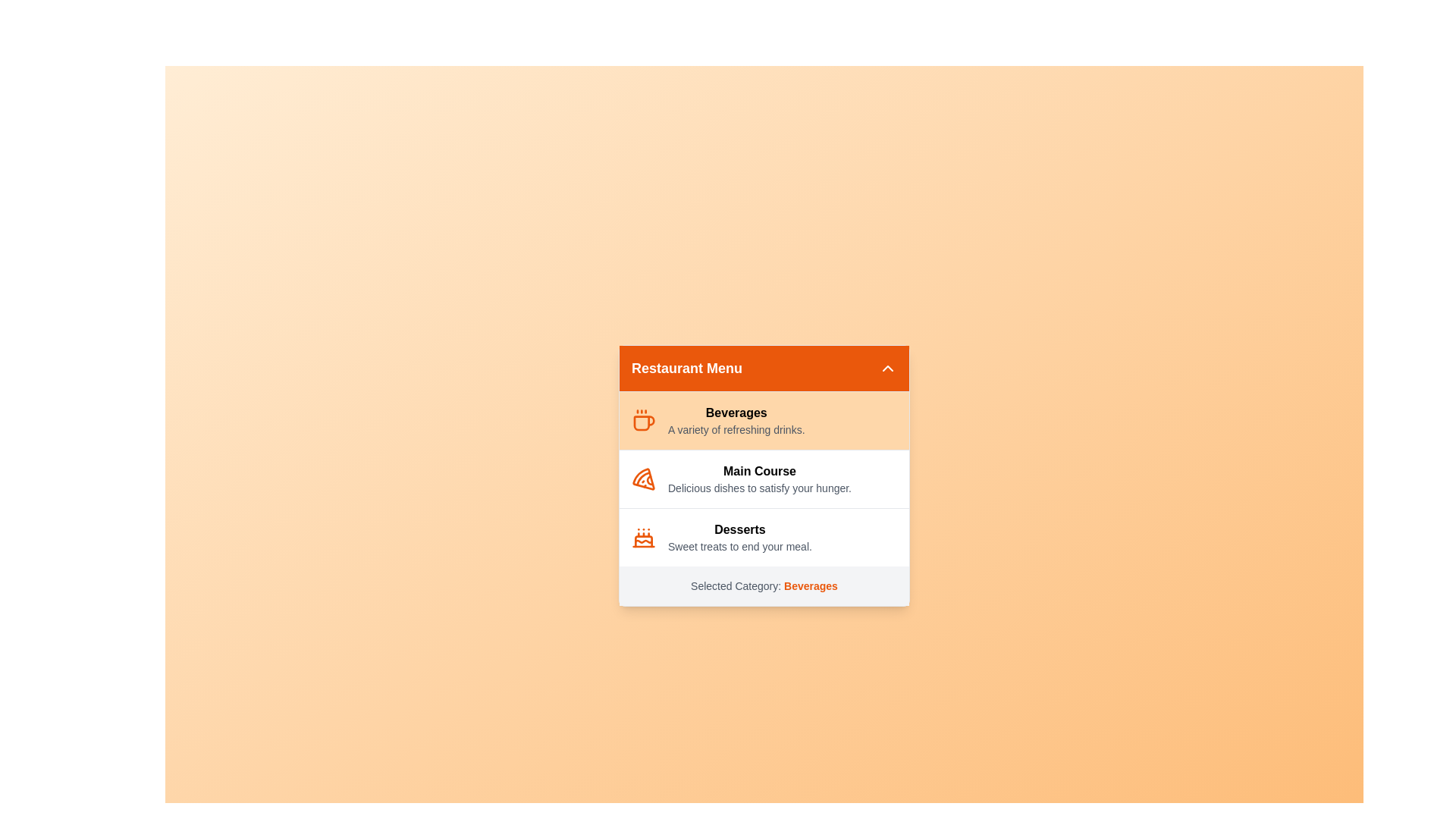  What do you see at coordinates (764, 479) in the screenshot?
I see `the category Main Course from the list` at bounding box center [764, 479].